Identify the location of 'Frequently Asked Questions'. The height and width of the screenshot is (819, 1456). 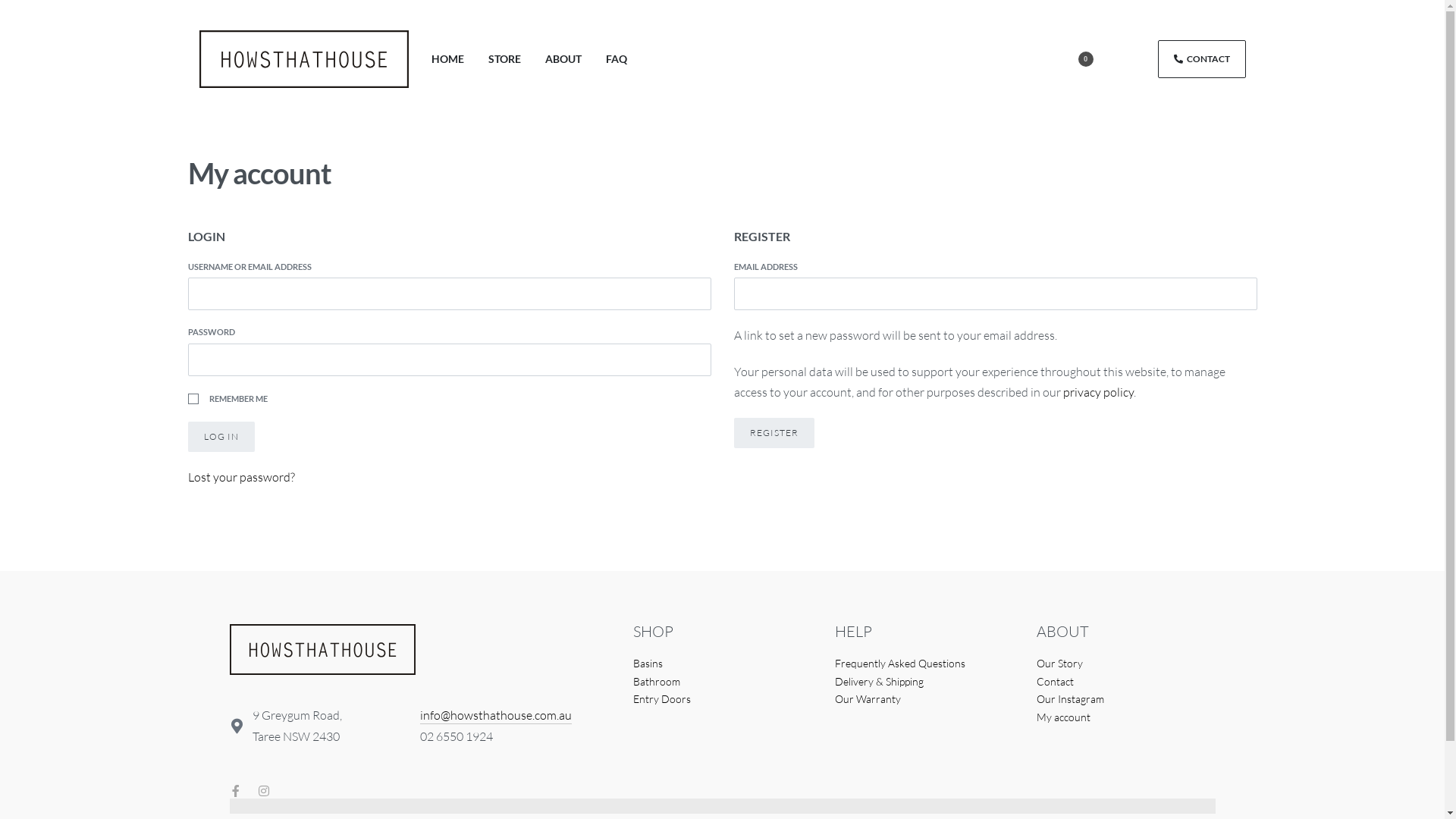
(923, 663).